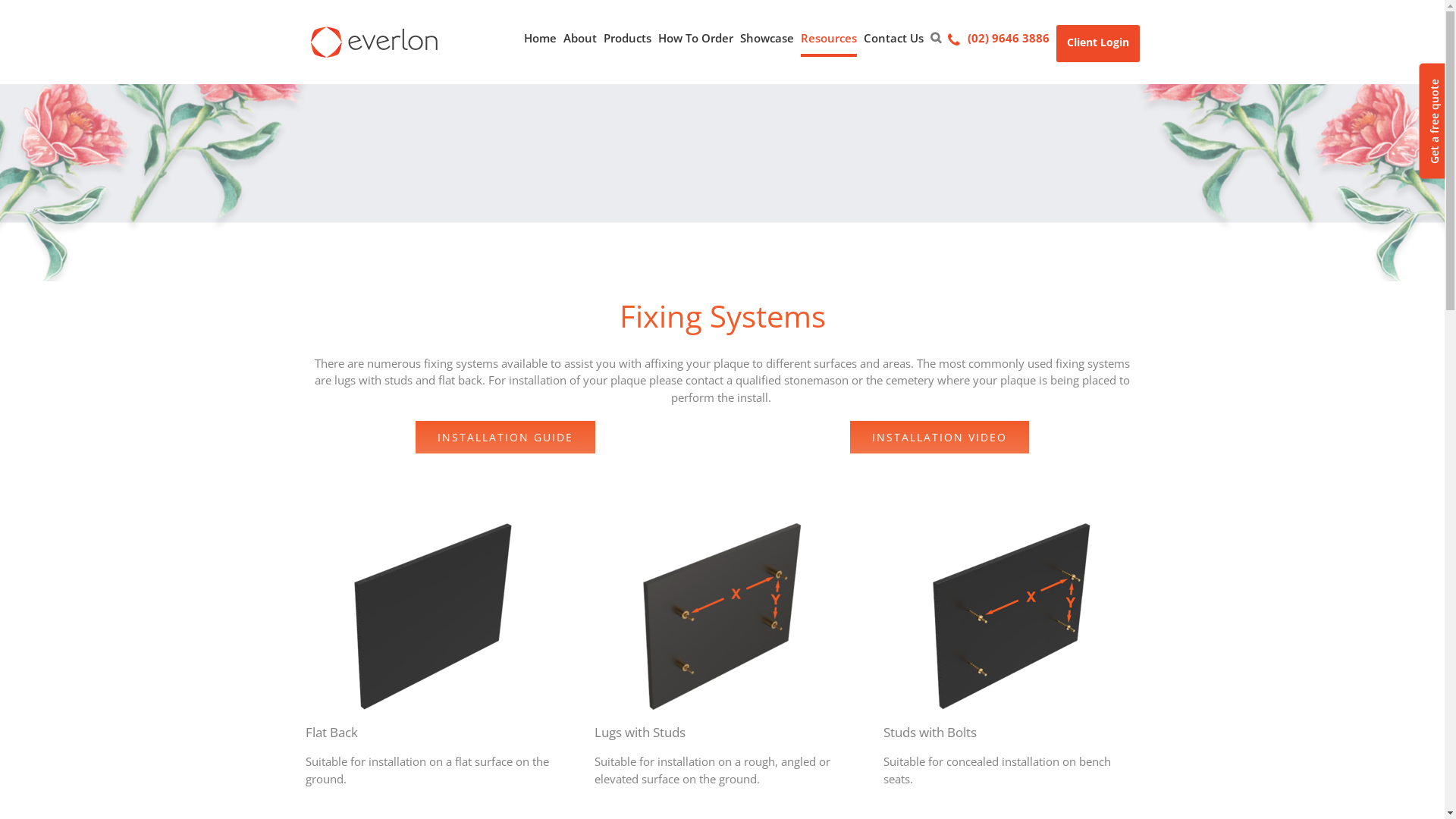  I want to click on '(02) 9646 3886', so click(998, 38).